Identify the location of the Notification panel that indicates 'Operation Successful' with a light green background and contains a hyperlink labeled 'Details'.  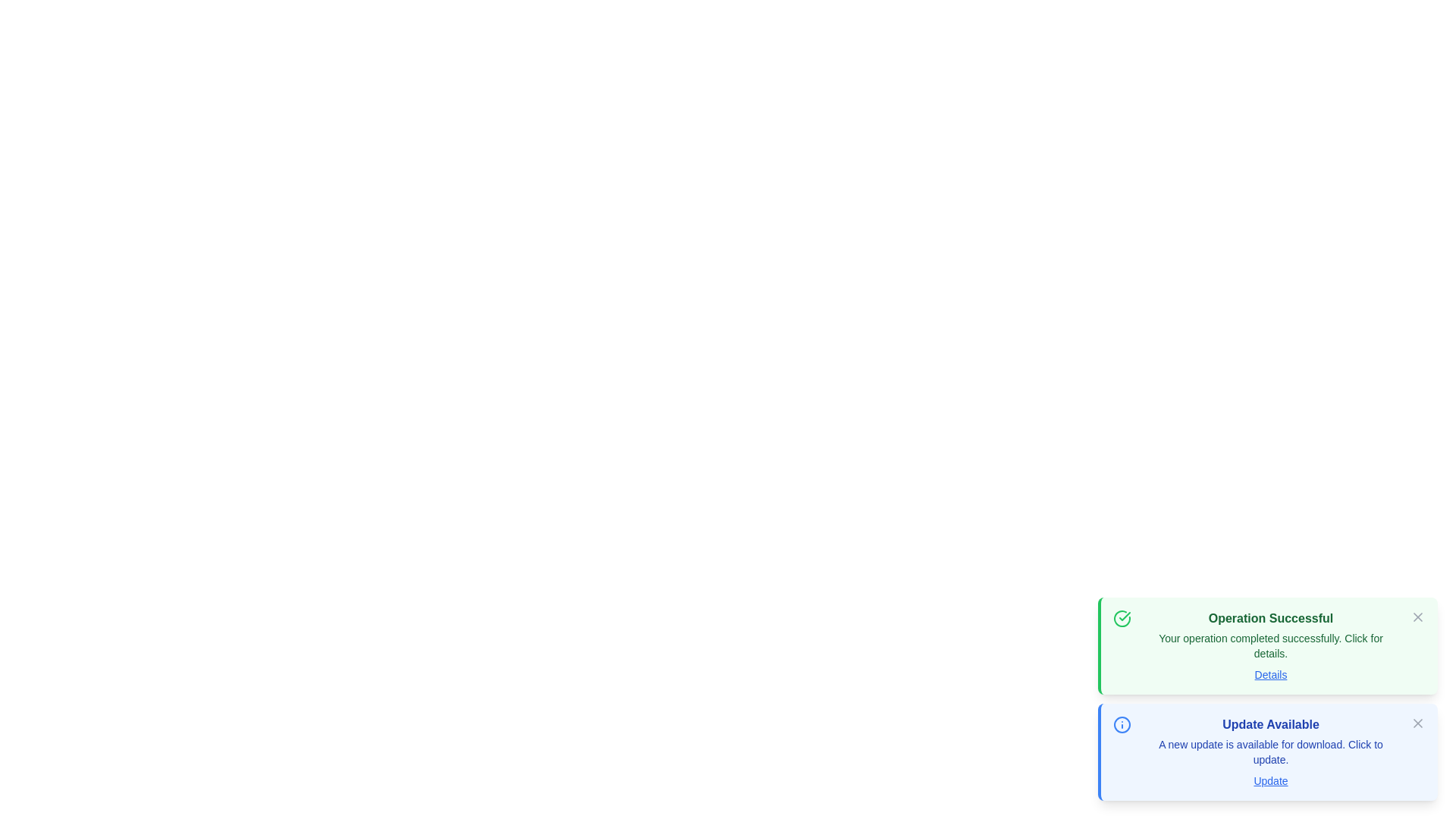
(1270, 646).